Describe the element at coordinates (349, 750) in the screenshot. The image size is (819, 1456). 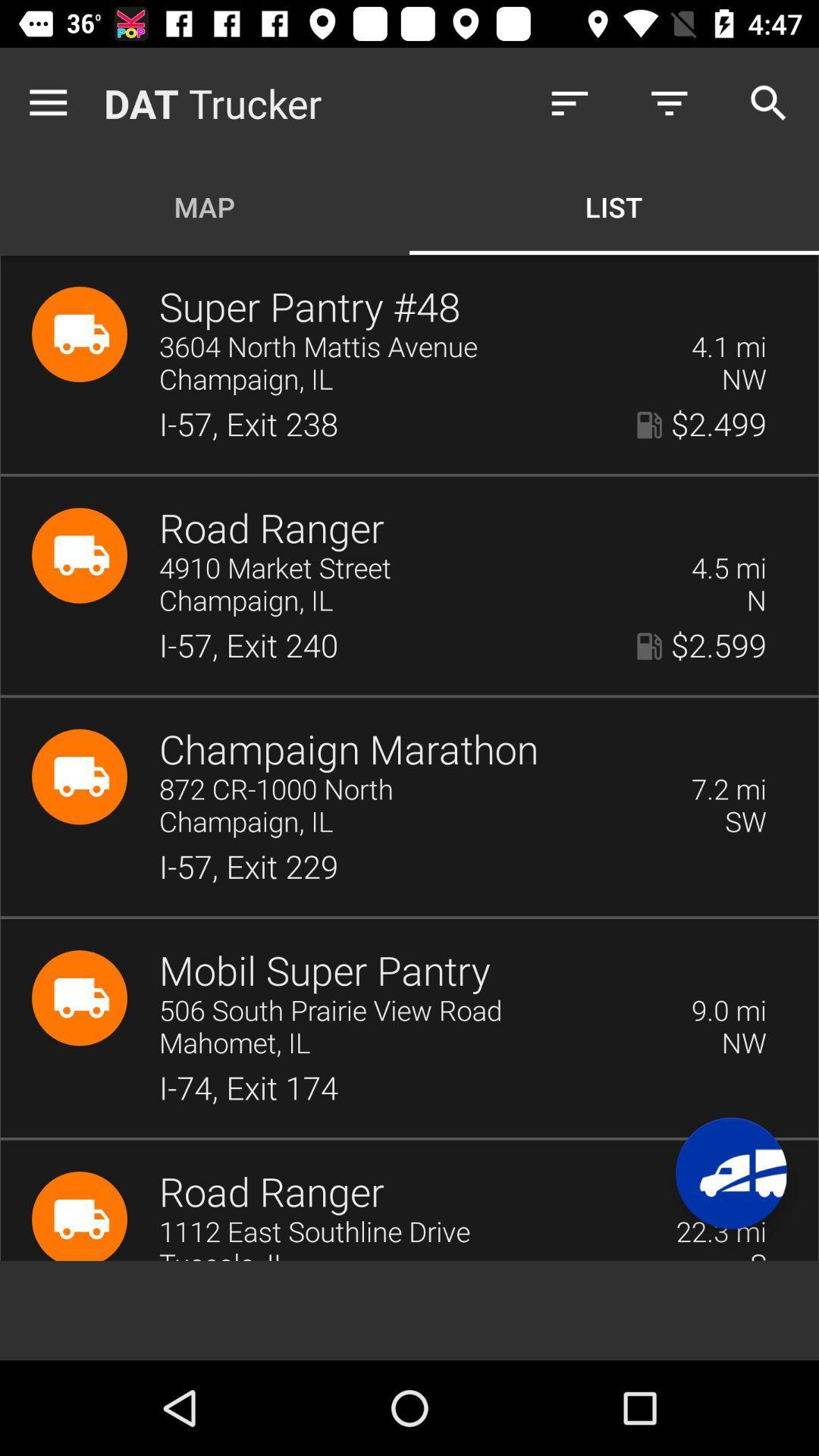
I see `item below the i 57 exit icon` at that location.